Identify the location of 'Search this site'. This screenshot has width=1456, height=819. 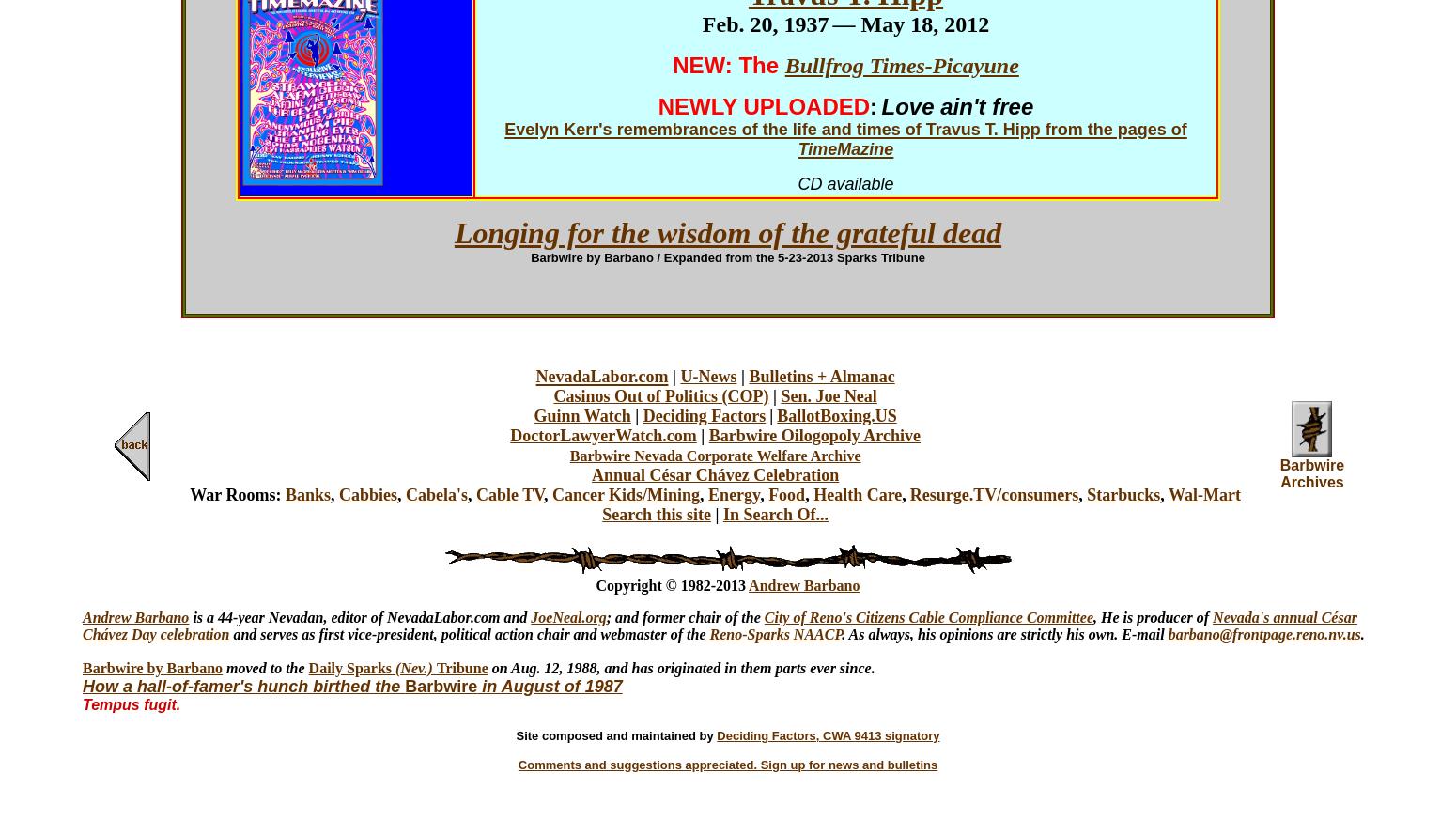
(656, 514).